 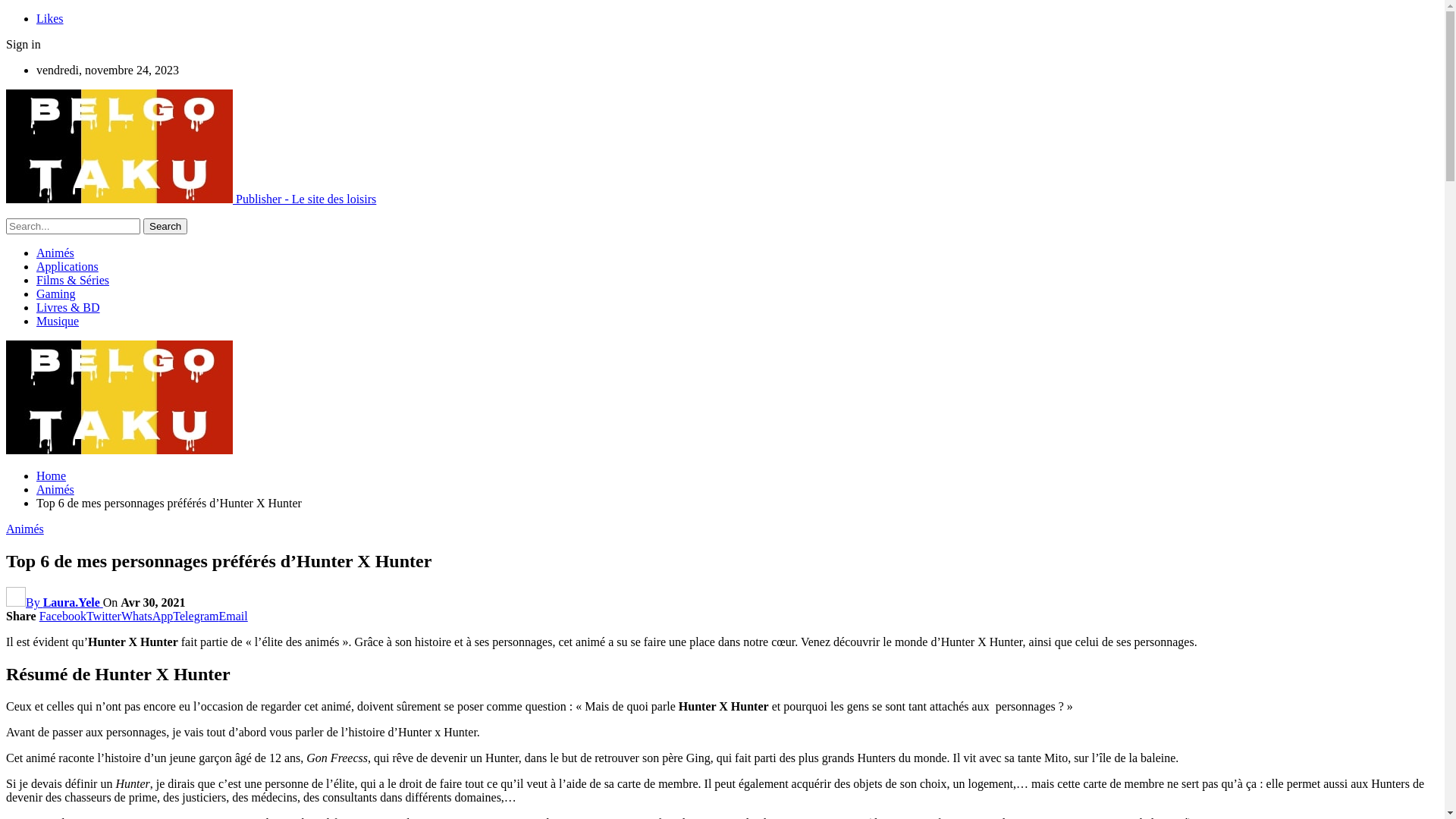 What do you see at coordinates (72, 226) in the screenshot?
I see `'Search for:'` at bounding box center [72, 226].